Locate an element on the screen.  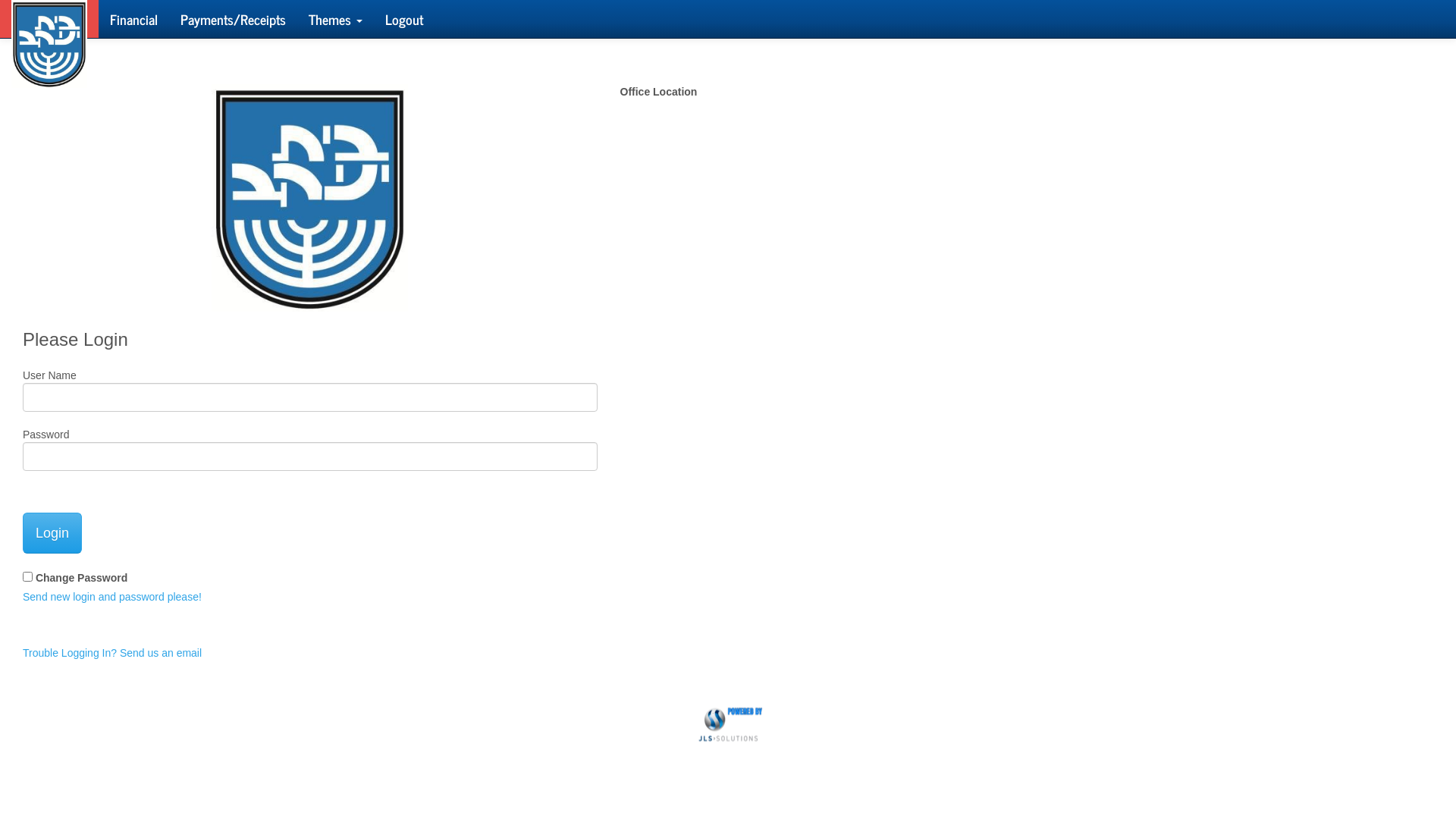
'Financial' is located at coordinates (133, 18).